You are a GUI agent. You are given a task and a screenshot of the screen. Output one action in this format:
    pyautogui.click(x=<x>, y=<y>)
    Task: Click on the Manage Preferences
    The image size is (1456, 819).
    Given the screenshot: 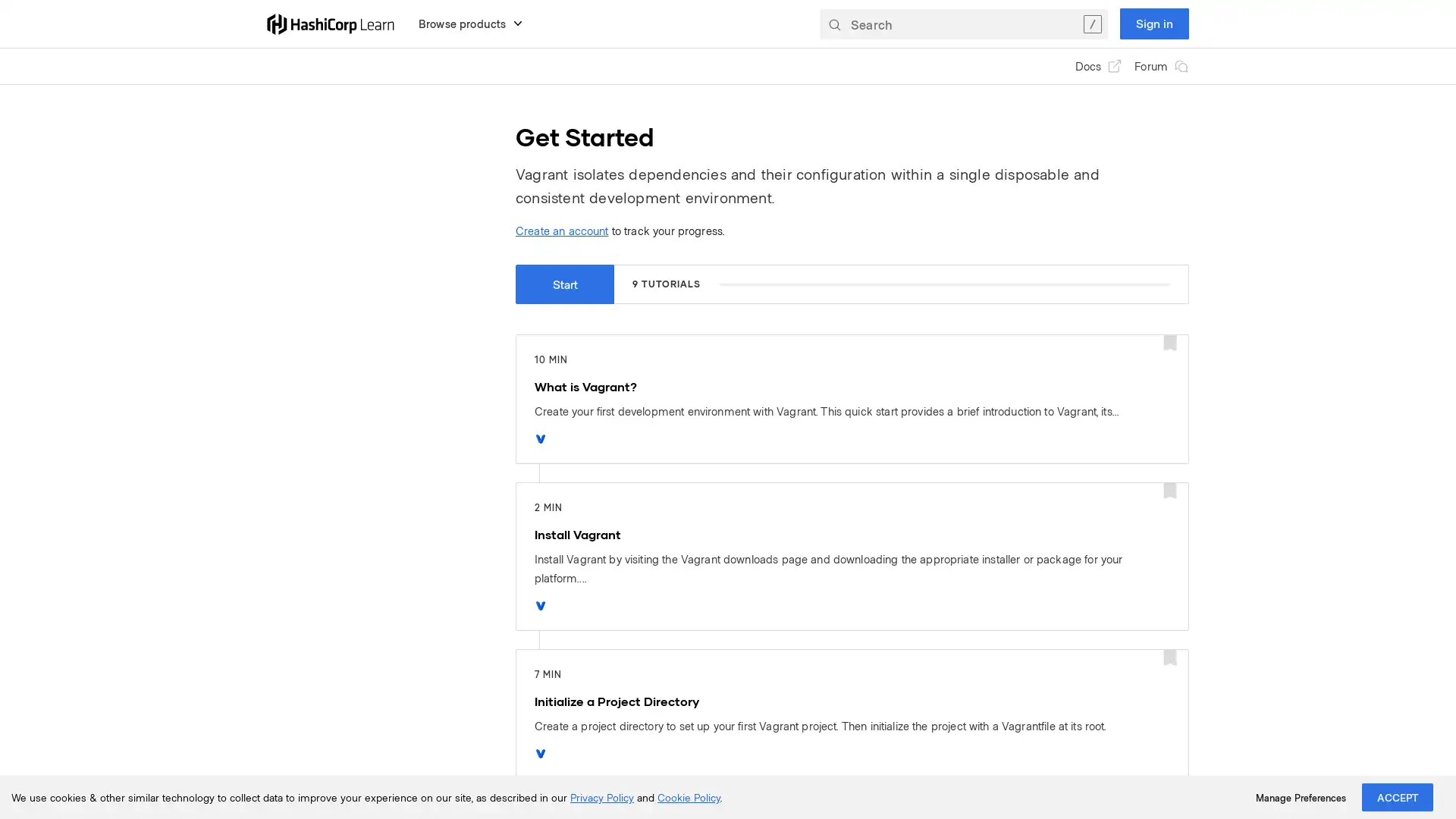 What is the action you would take?
    pyautogui.click(x=1300, y=797)
    